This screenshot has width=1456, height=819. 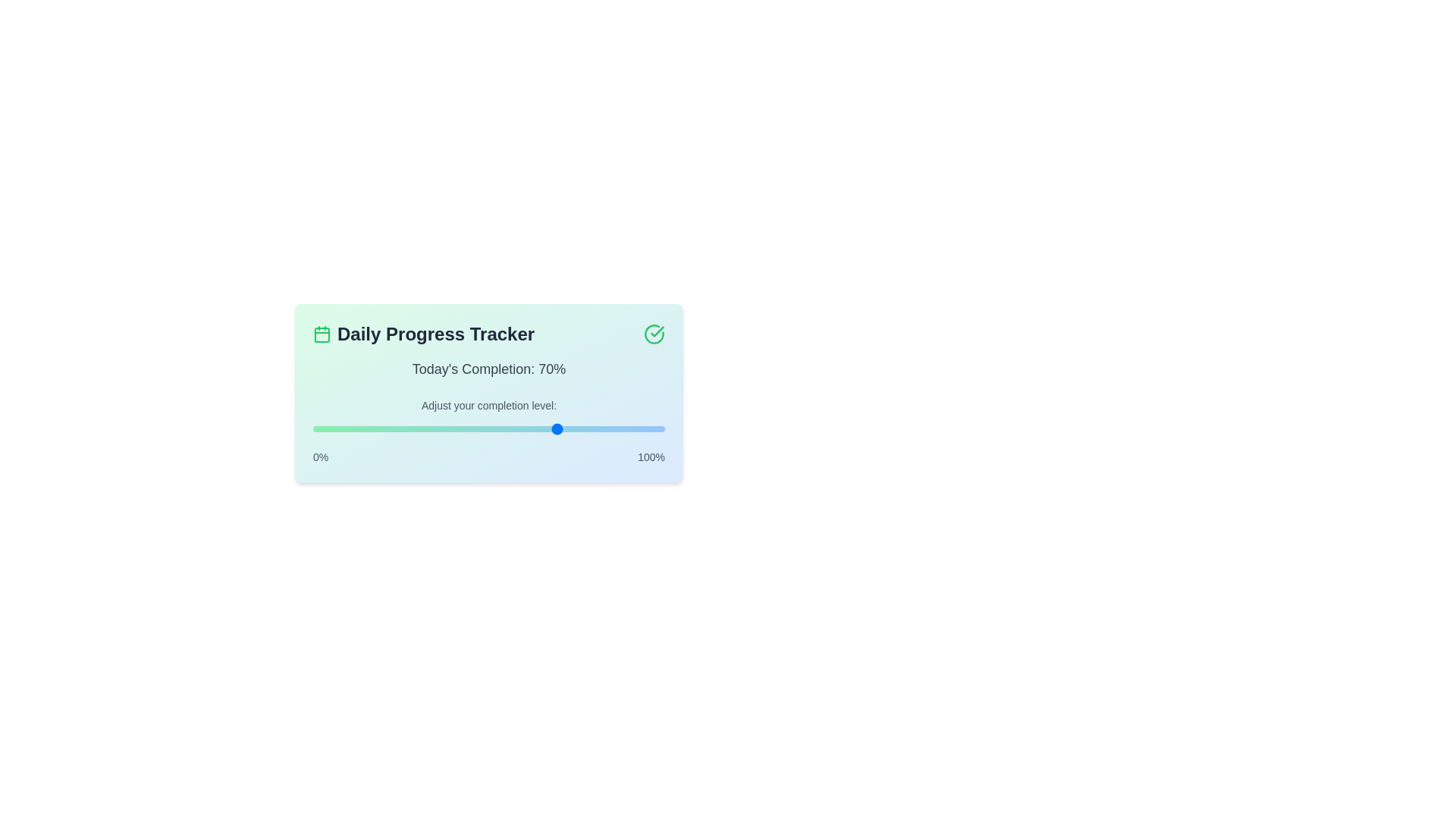 I want to click on the progress level to 22%, so click(x=391, y=429).